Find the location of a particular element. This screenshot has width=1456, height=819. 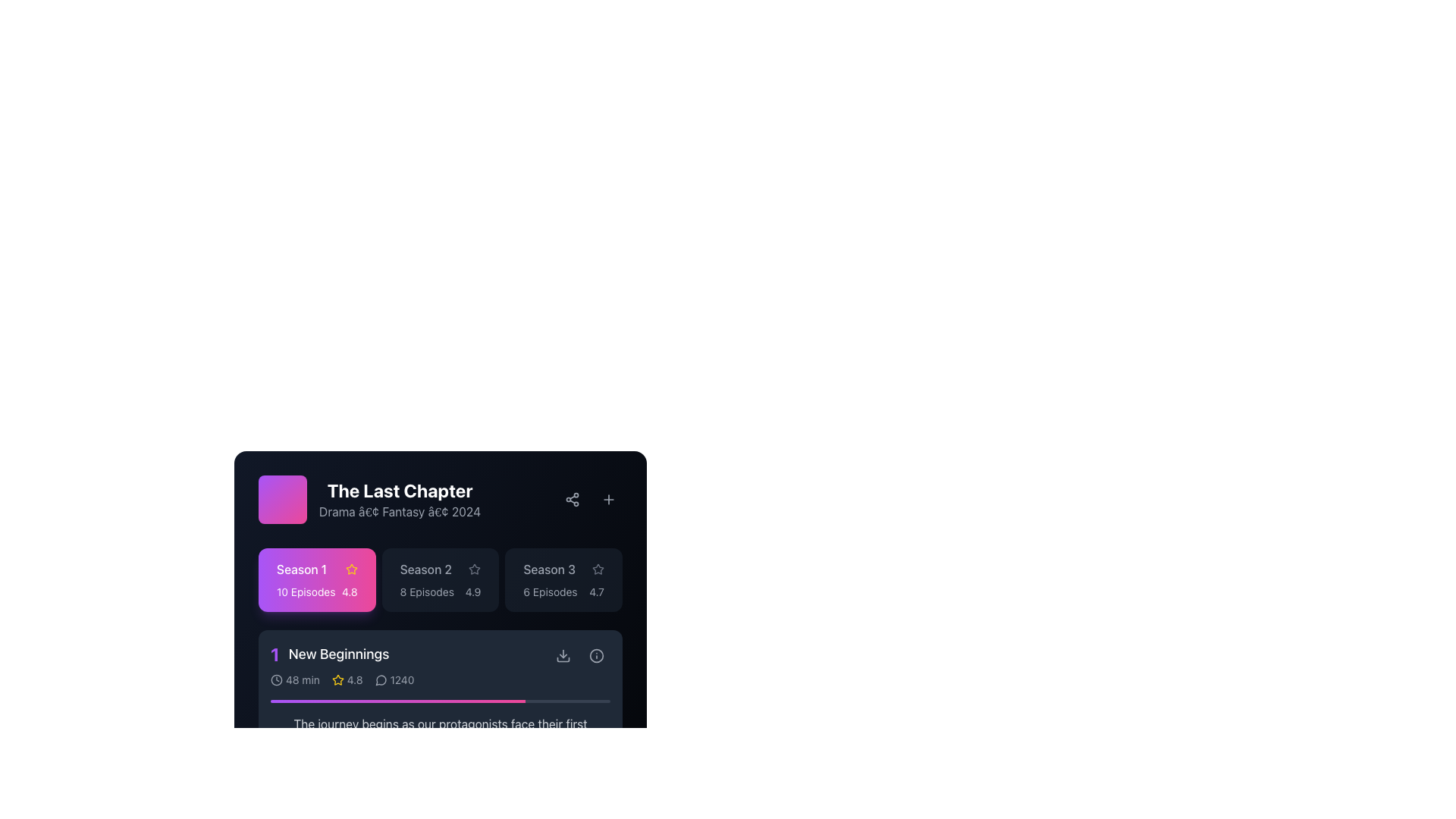

the SVG graphical representation icon located in the 'New Beginnings' section is located at coordinates (563, 659).